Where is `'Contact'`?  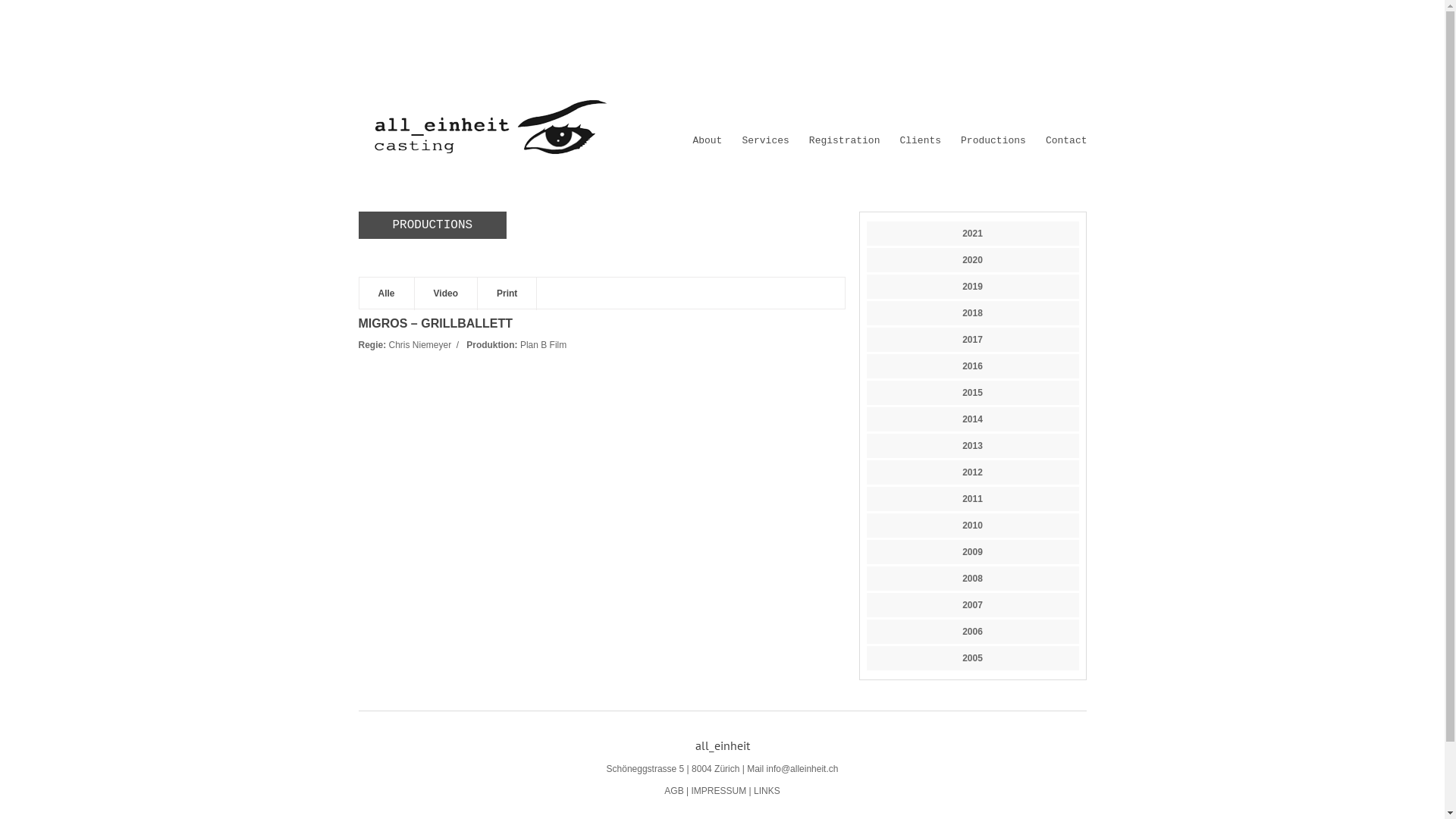 'Contact' is located at coordinates (1065, 140).